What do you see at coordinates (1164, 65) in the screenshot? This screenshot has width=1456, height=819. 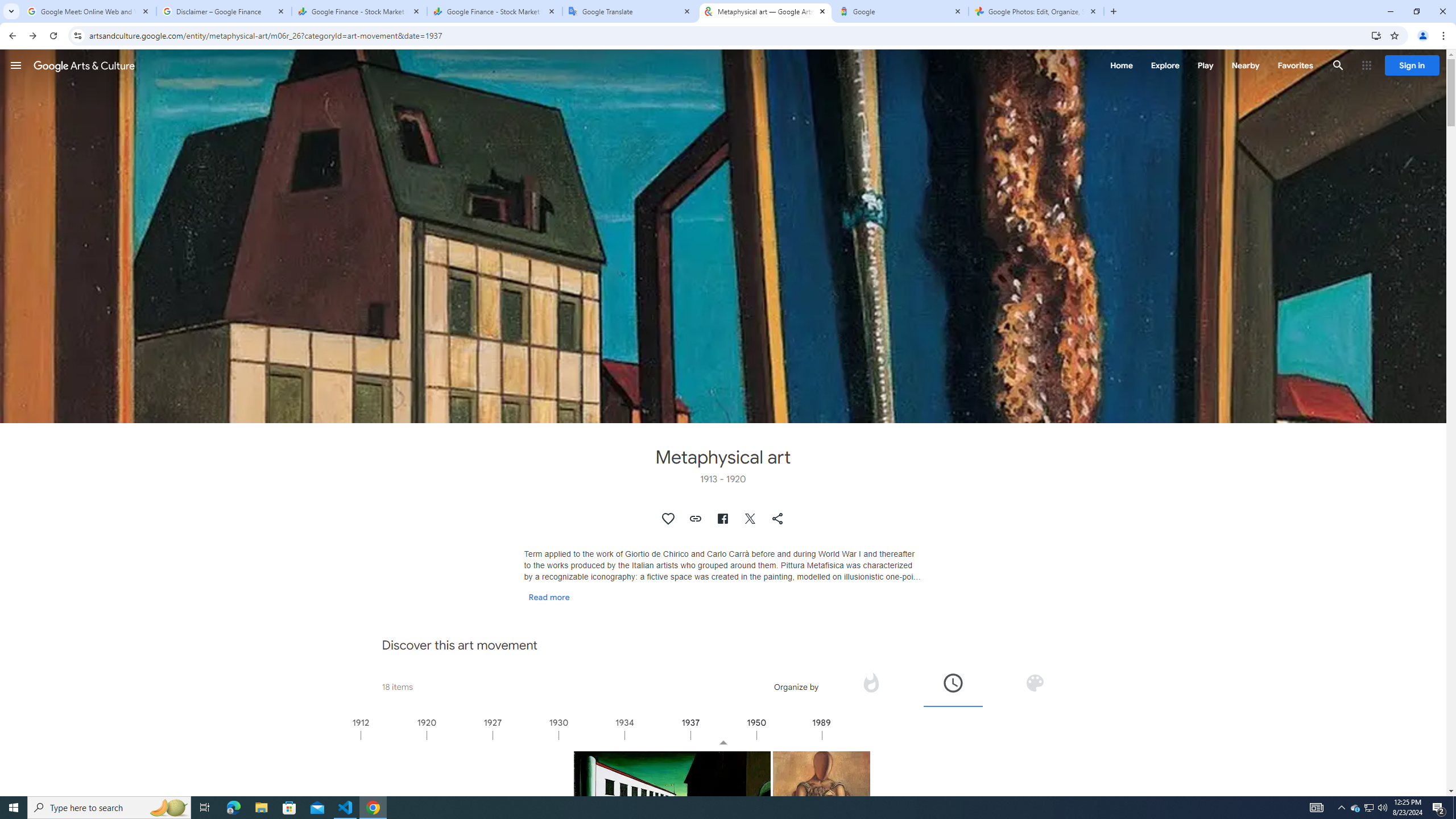 I see `'Explore'` at bounding box center [1164, 65].